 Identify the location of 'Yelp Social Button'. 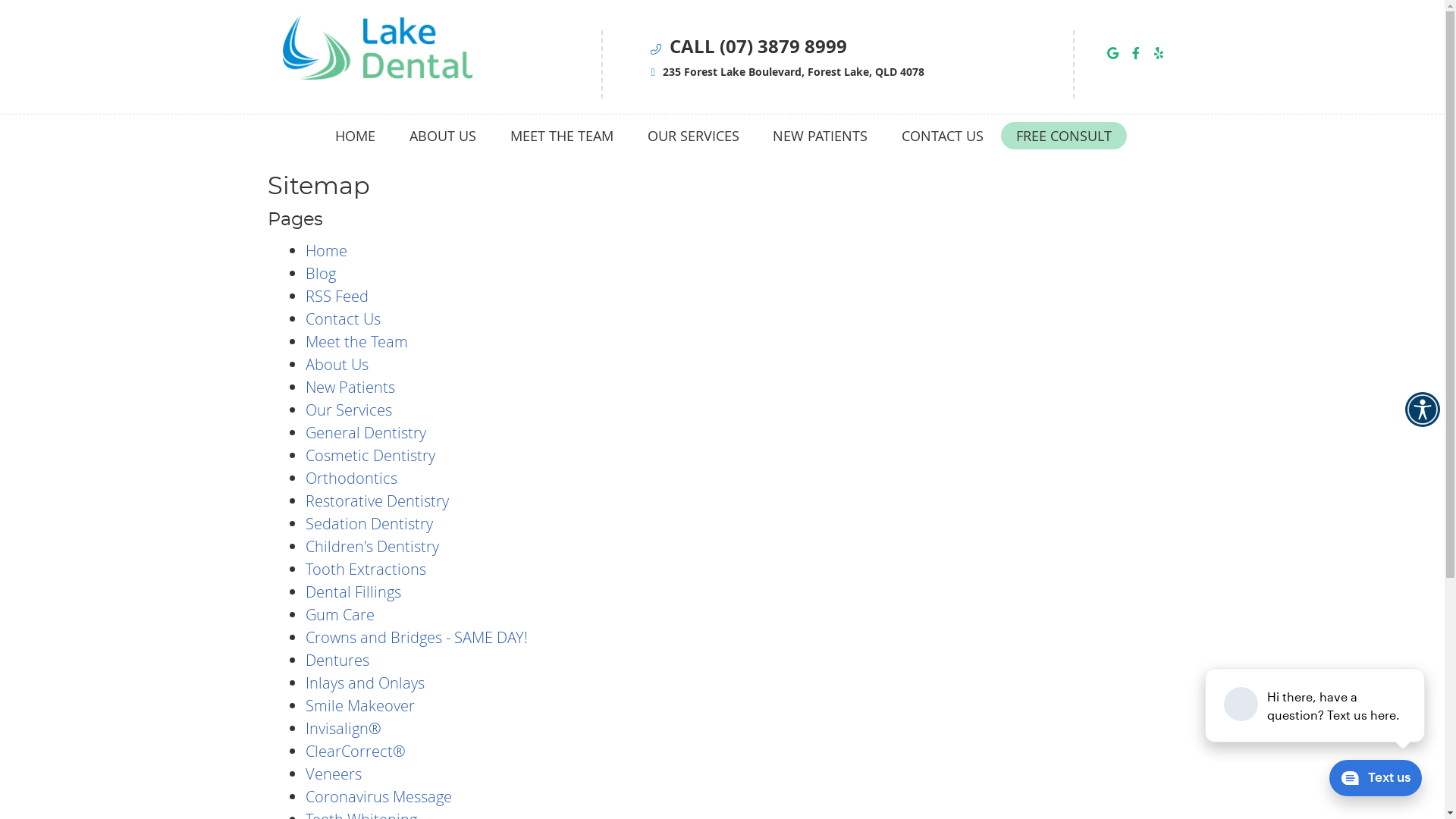
(1157, 52).